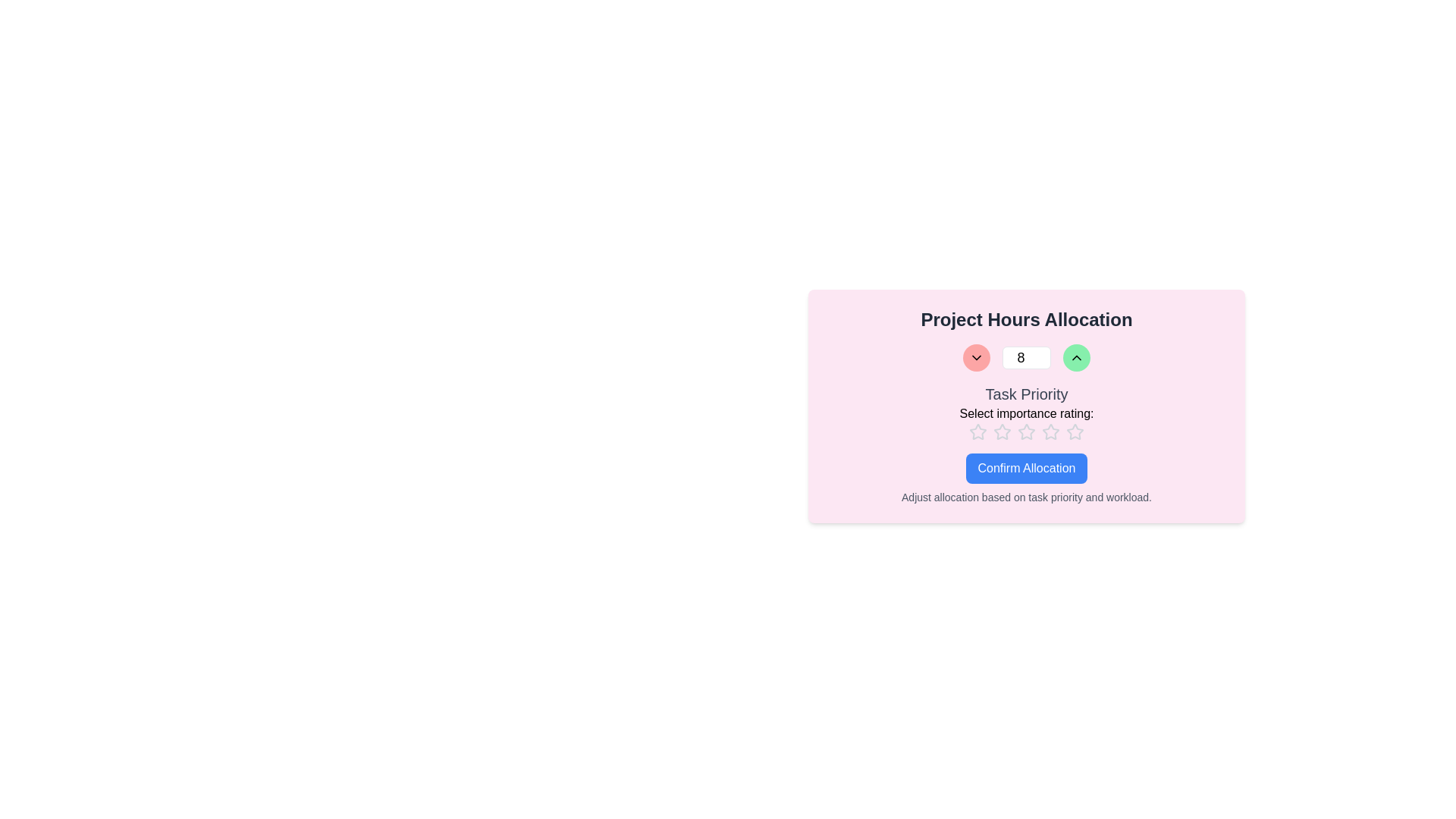  What do you see at coordinates (1026, 479) in the screenshot?
I see `the blue 'Confirm Allocation' button located within the pink card at the bottom of the 'Project Hours Allocation' panel to observe the hover effects` at bounding box center [1026, 479].